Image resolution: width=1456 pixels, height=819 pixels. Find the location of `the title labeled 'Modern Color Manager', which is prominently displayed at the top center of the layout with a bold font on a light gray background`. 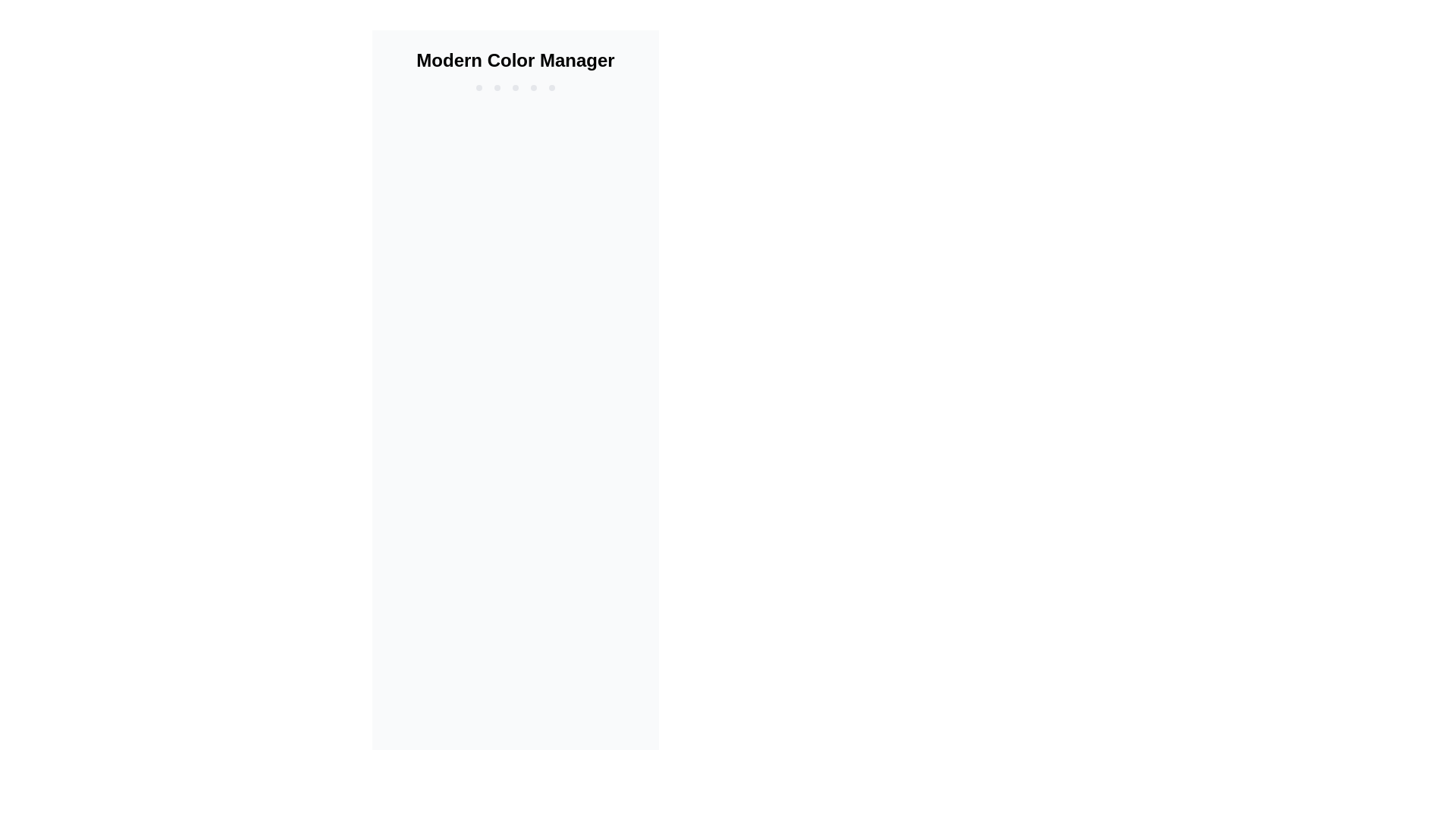

the title labeled 'Modern Color Manager', which is prominently displayed at the top center of the layout with a bold font on a light gray background is located at coordinates (516, 60).